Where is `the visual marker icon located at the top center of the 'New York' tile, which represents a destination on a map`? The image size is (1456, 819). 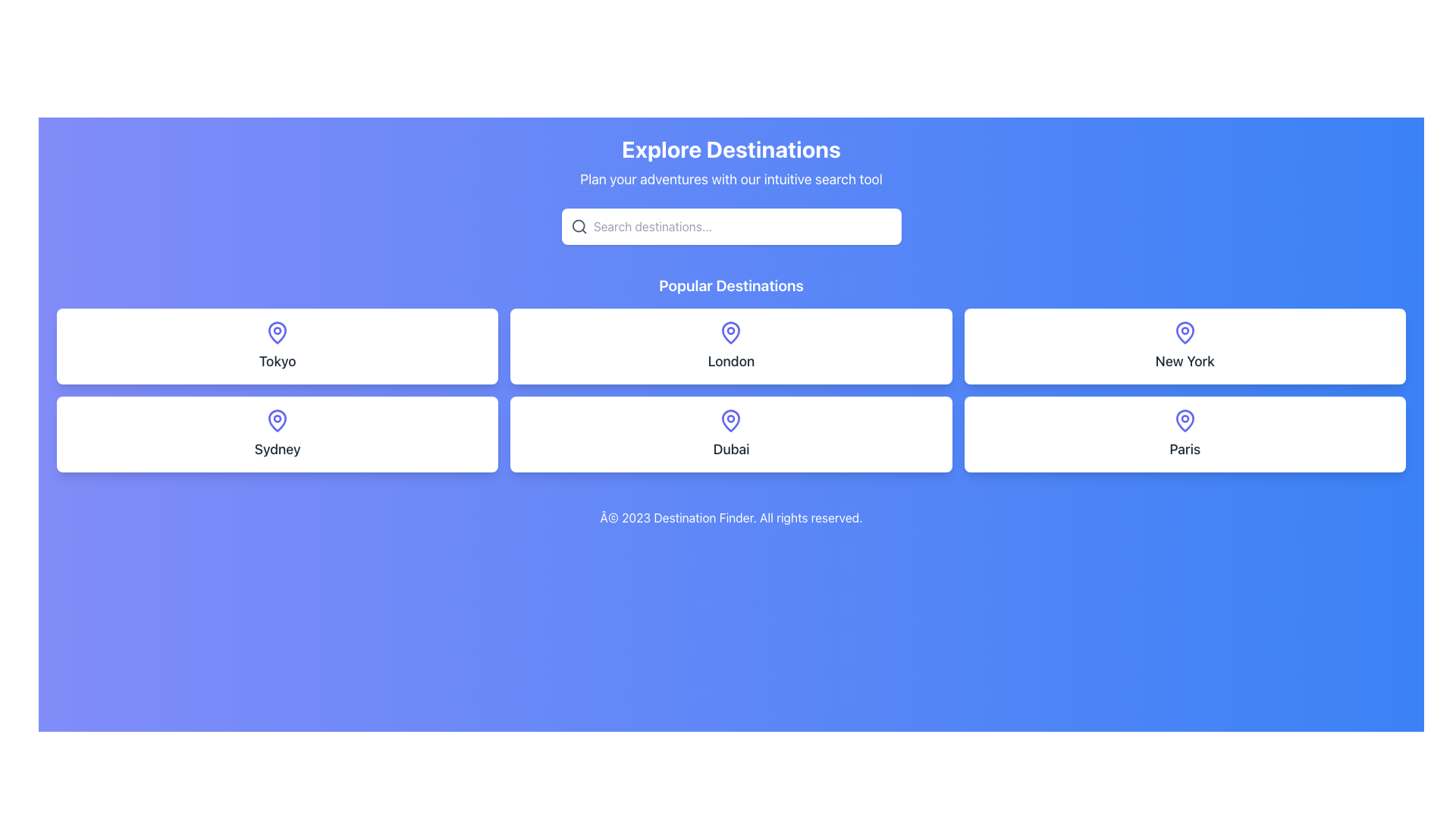 the visual marker icon located at the top center of the 'New York' tile, which represents a destination on a map is located at coordinates (1184, 332).